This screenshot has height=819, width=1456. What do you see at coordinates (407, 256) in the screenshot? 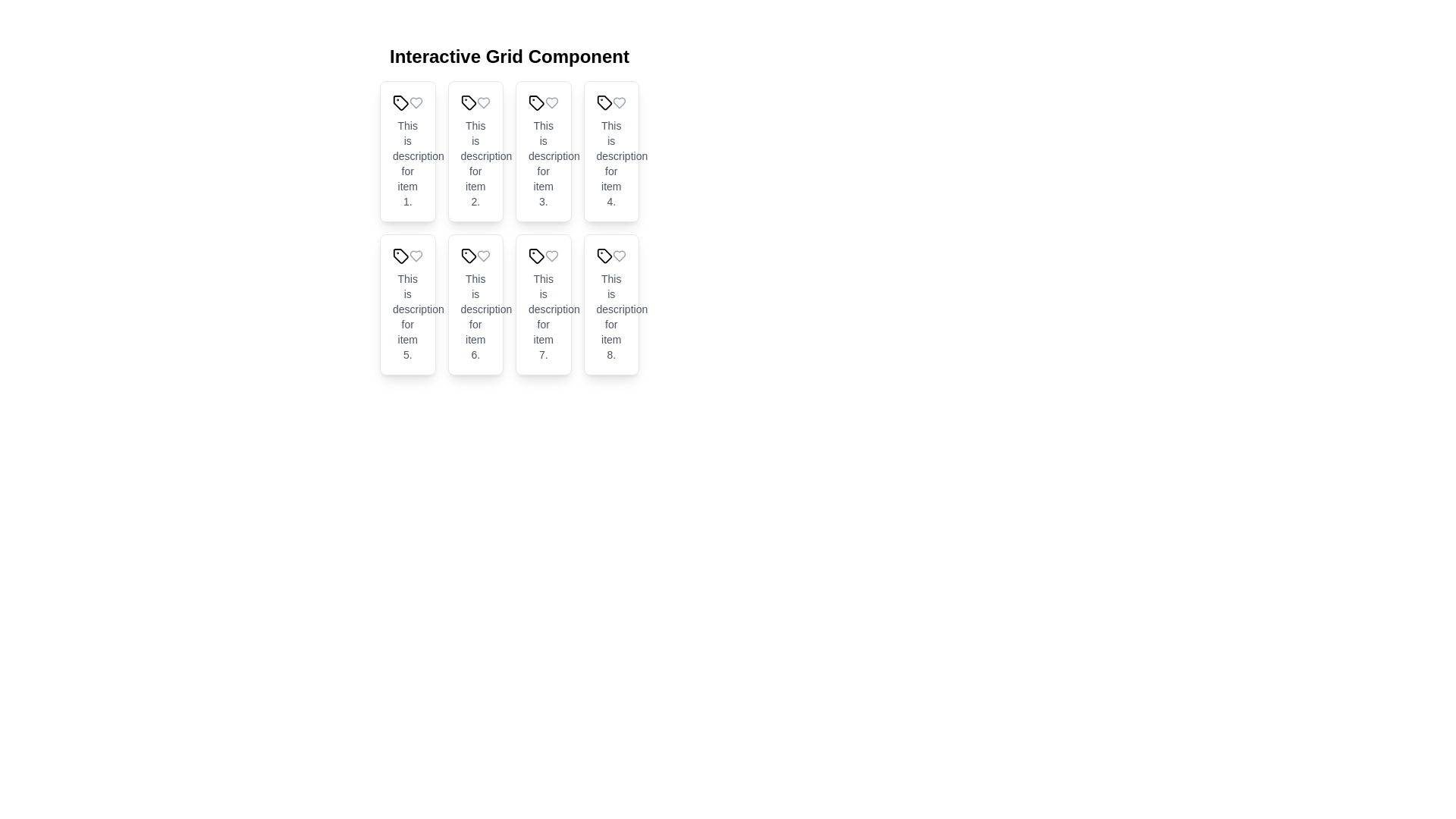
I see `the icon that serves as a visual identifier for the fifth card in the grid layout, located above the description text` at bounding box center [407, 256].